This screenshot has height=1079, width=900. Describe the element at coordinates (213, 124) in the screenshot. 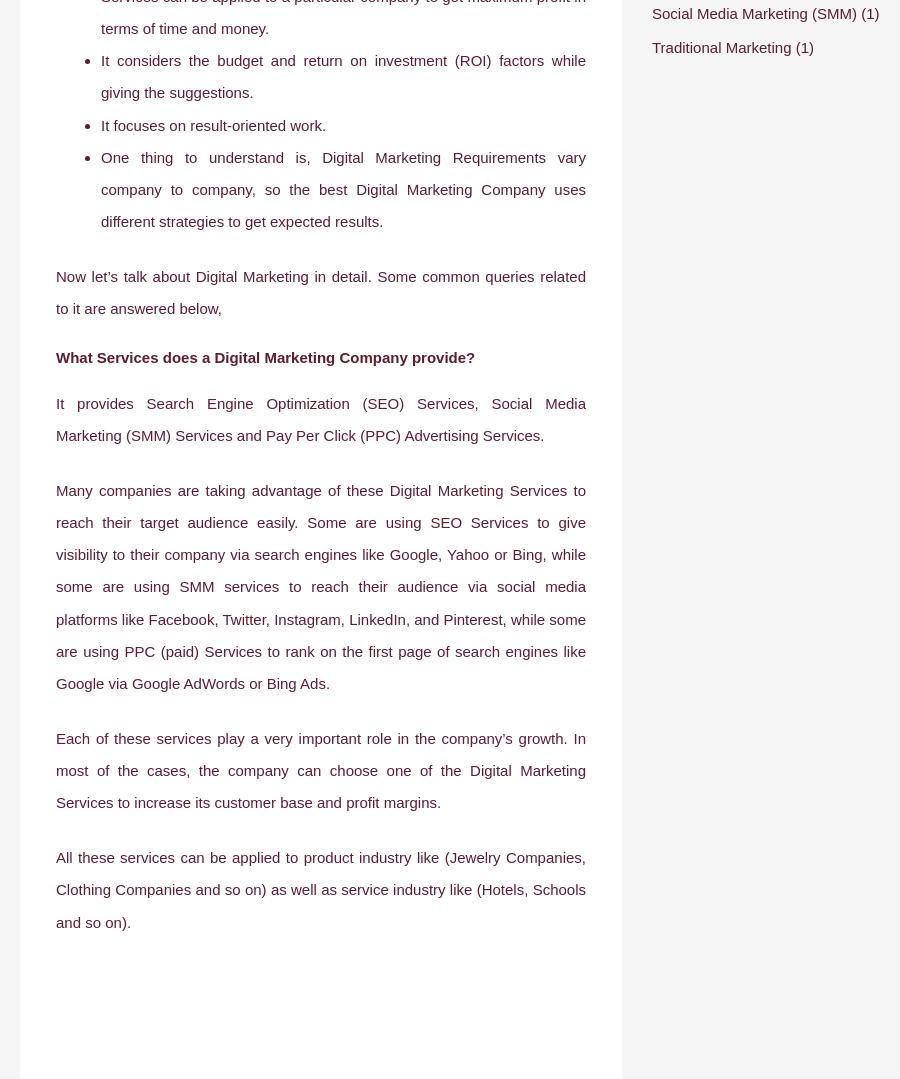

I see `'It focuses on result-oriented work.'` at that location.